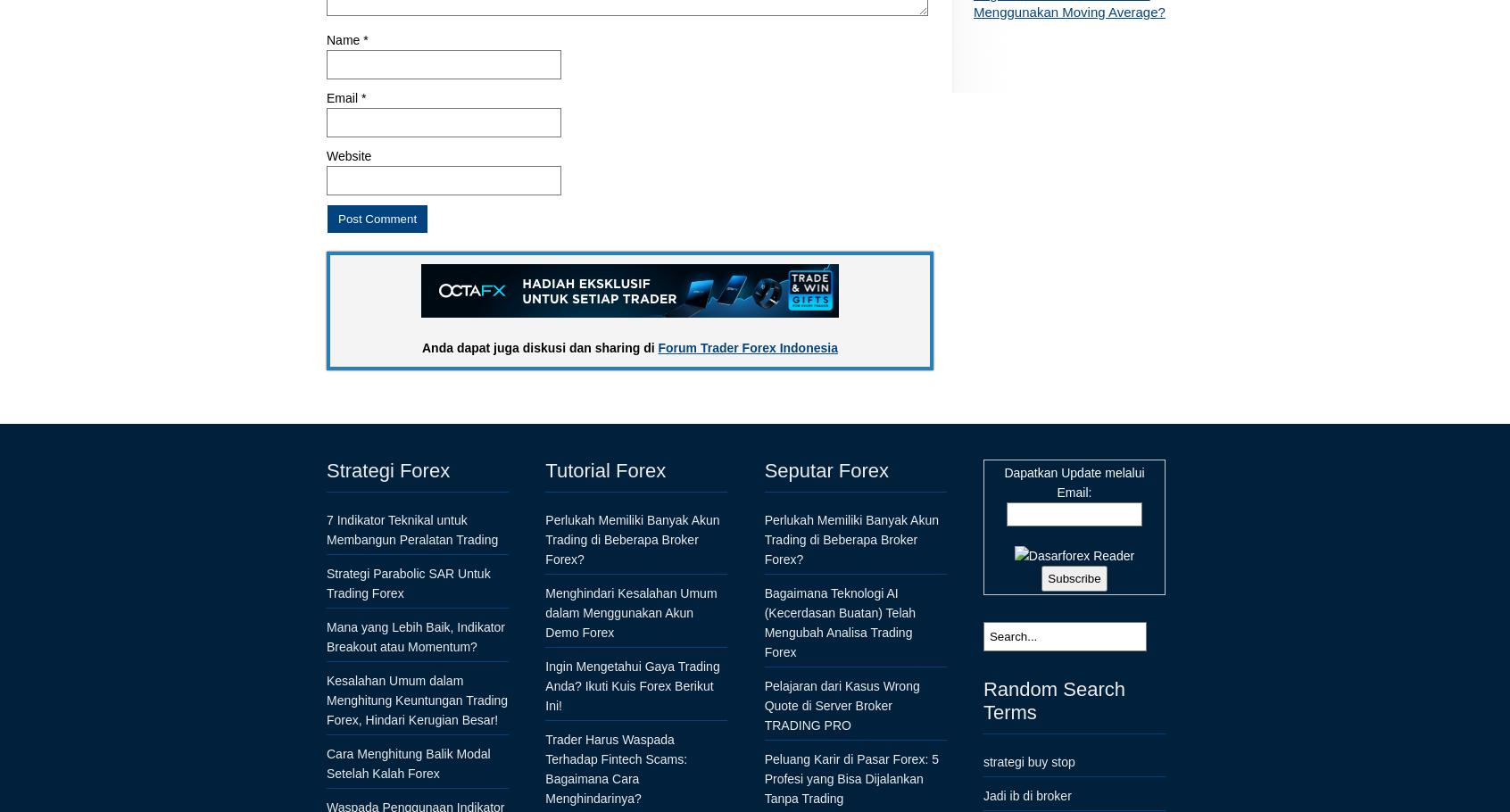 The width and height of the screenshot is (1510, 812). What do you see at coordinates (982, 699) in the screenshot?
I see `'Random Search Terms'` at bounding box center [982, 699].